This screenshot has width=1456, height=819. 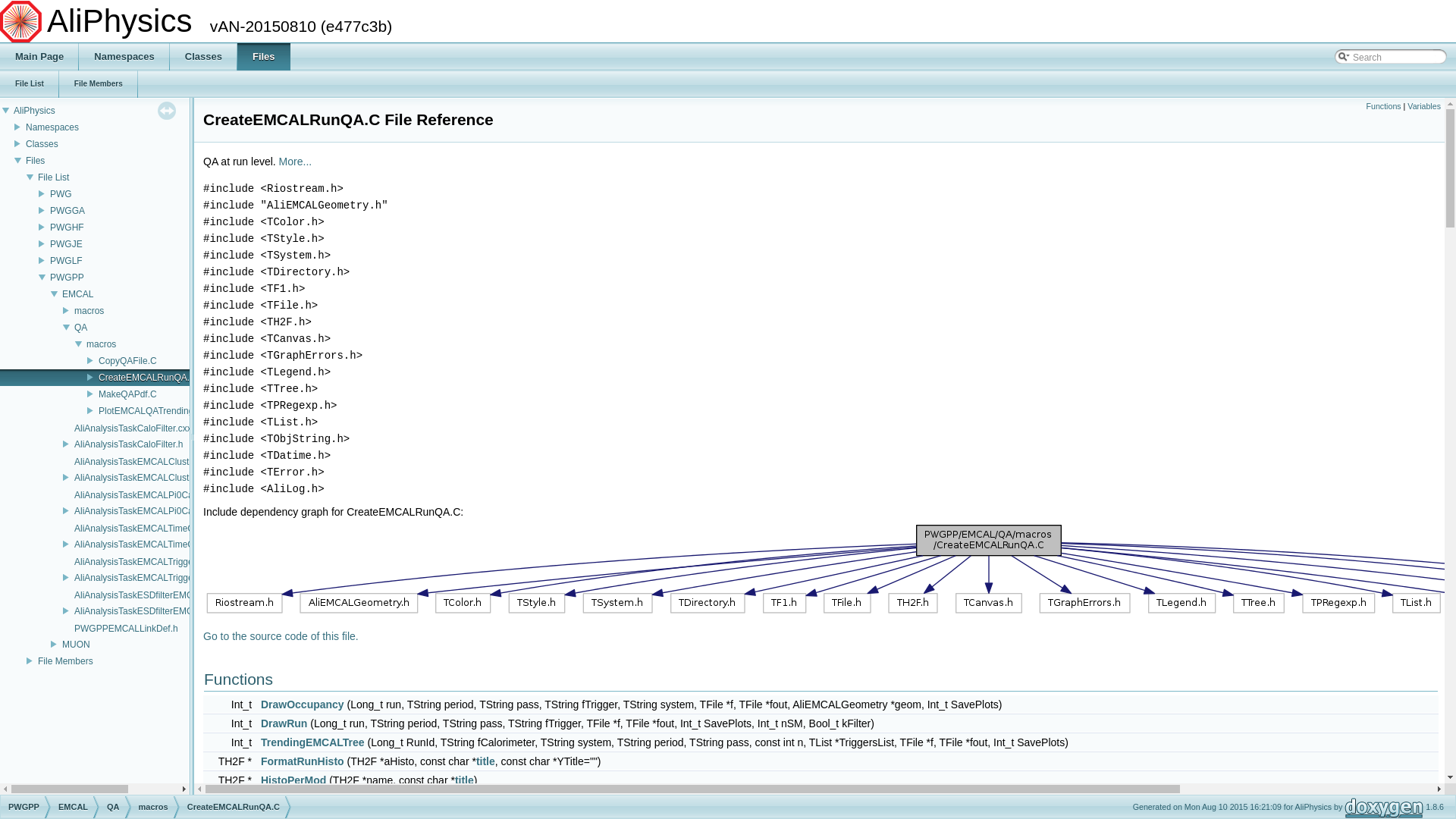 I want to click on 'click to disable panel synchronisation', so click(x=157, y=110).